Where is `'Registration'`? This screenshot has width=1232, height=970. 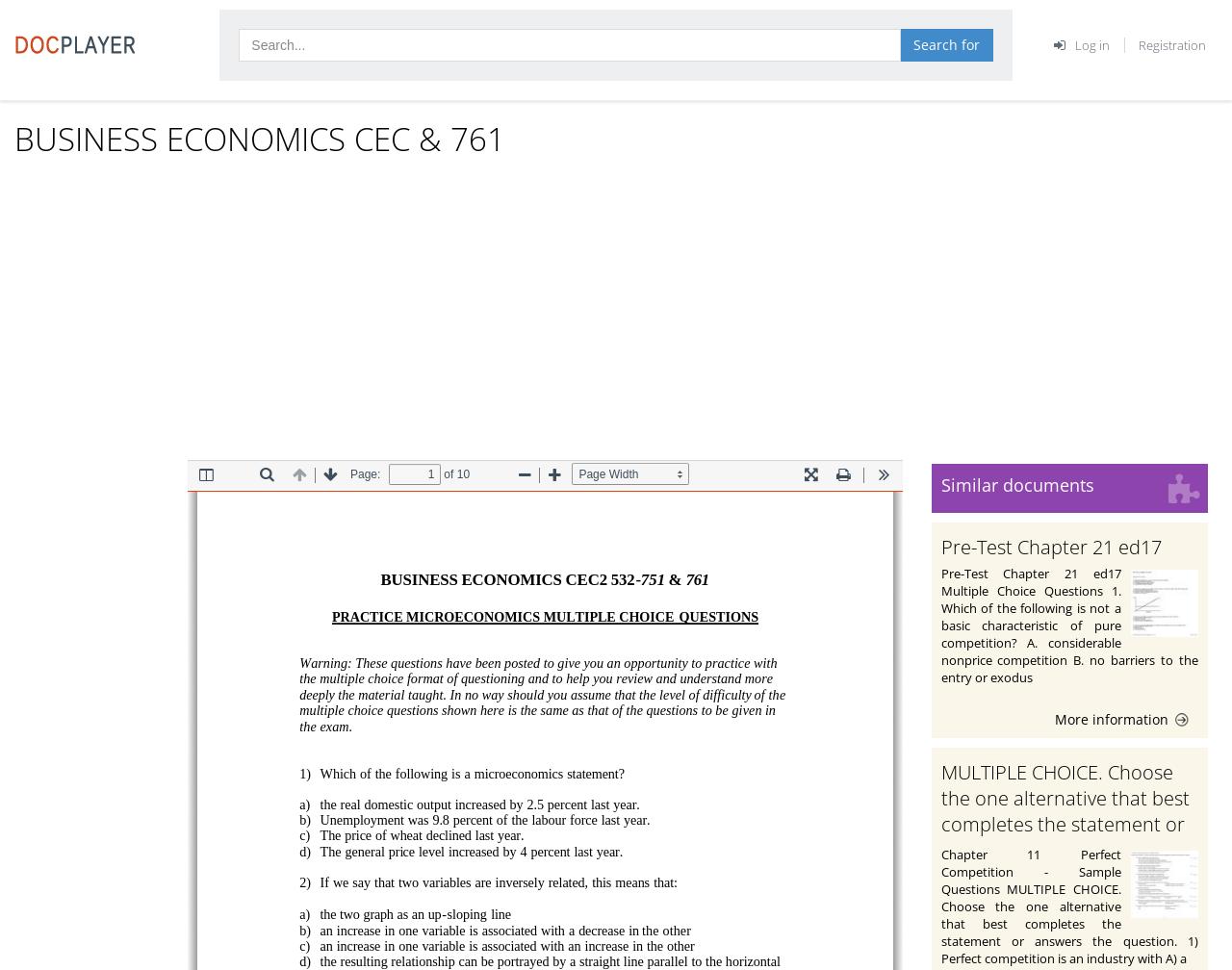 'Registration' is located at coordinates (1171, 43).